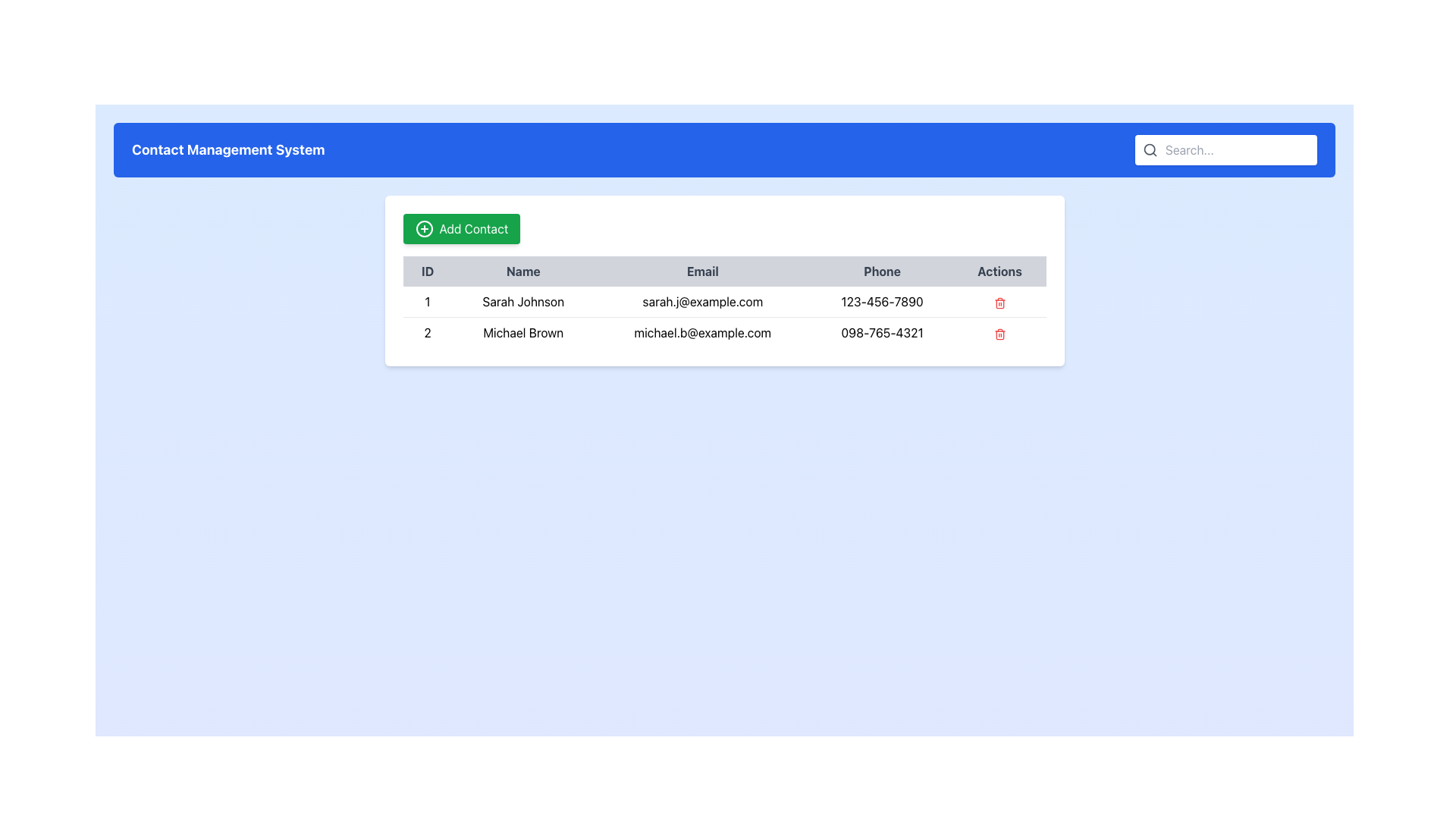 This screenshot has height=819, width=1456. Describe the element at coordinates (460, 228) in the screenshot. I see `the green 'Add Contact' button located at the top-left corner of the card section above the contact entries table to initiate adding a contact` at that location.